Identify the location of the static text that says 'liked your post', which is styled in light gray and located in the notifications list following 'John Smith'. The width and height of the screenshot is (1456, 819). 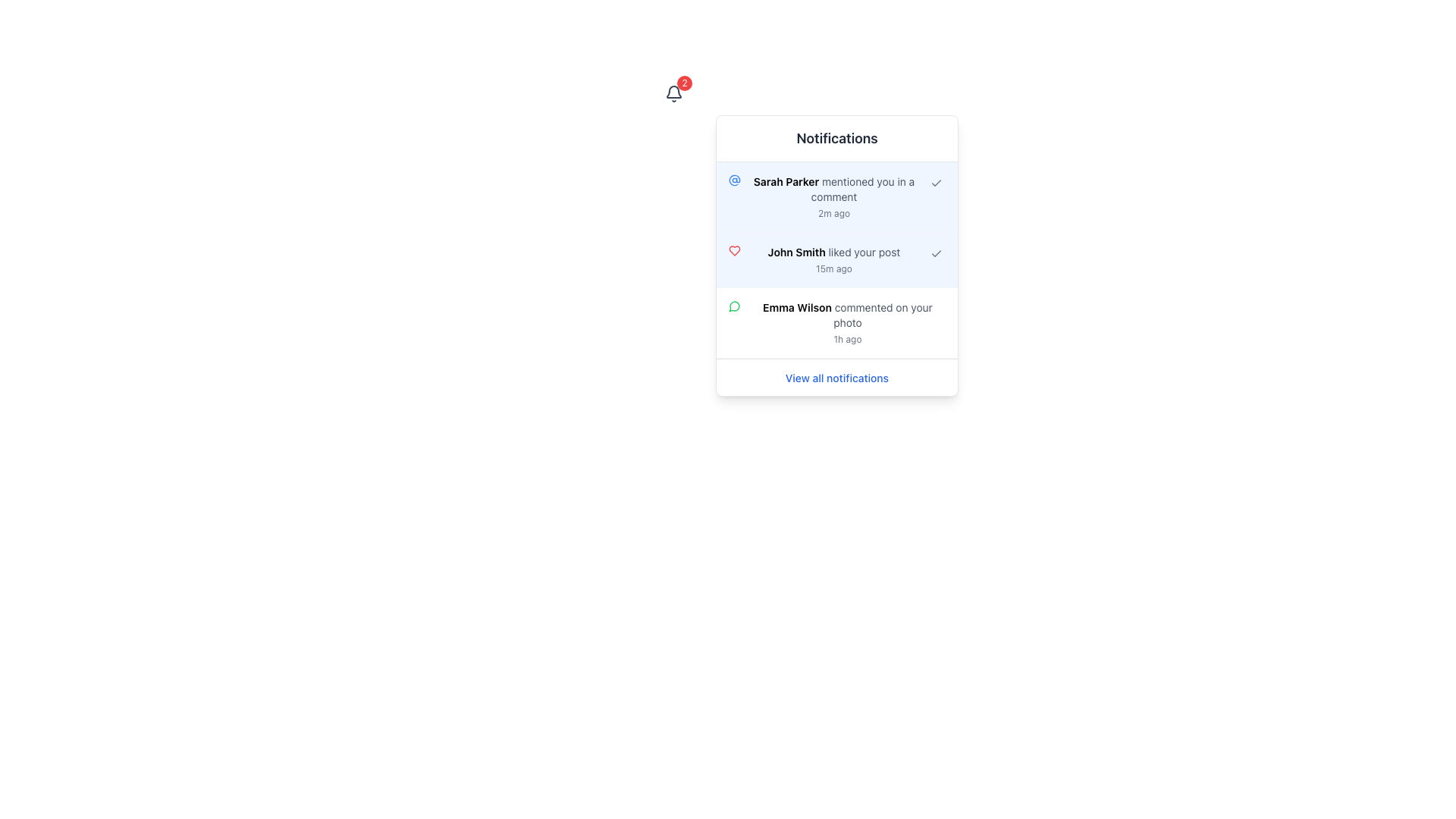
(864, 251).